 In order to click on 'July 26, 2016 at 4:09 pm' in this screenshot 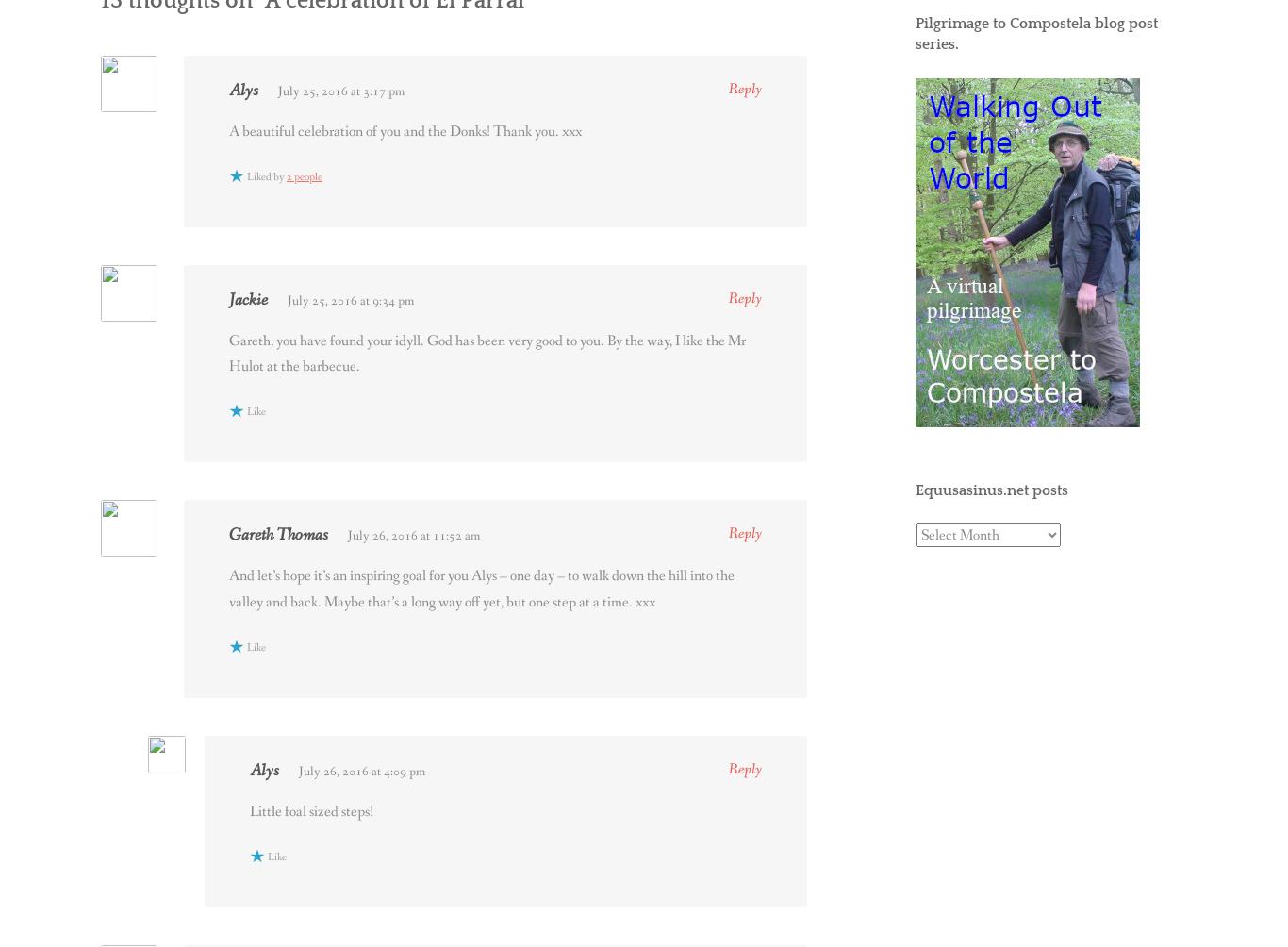, I will do `click(299, 770)`.